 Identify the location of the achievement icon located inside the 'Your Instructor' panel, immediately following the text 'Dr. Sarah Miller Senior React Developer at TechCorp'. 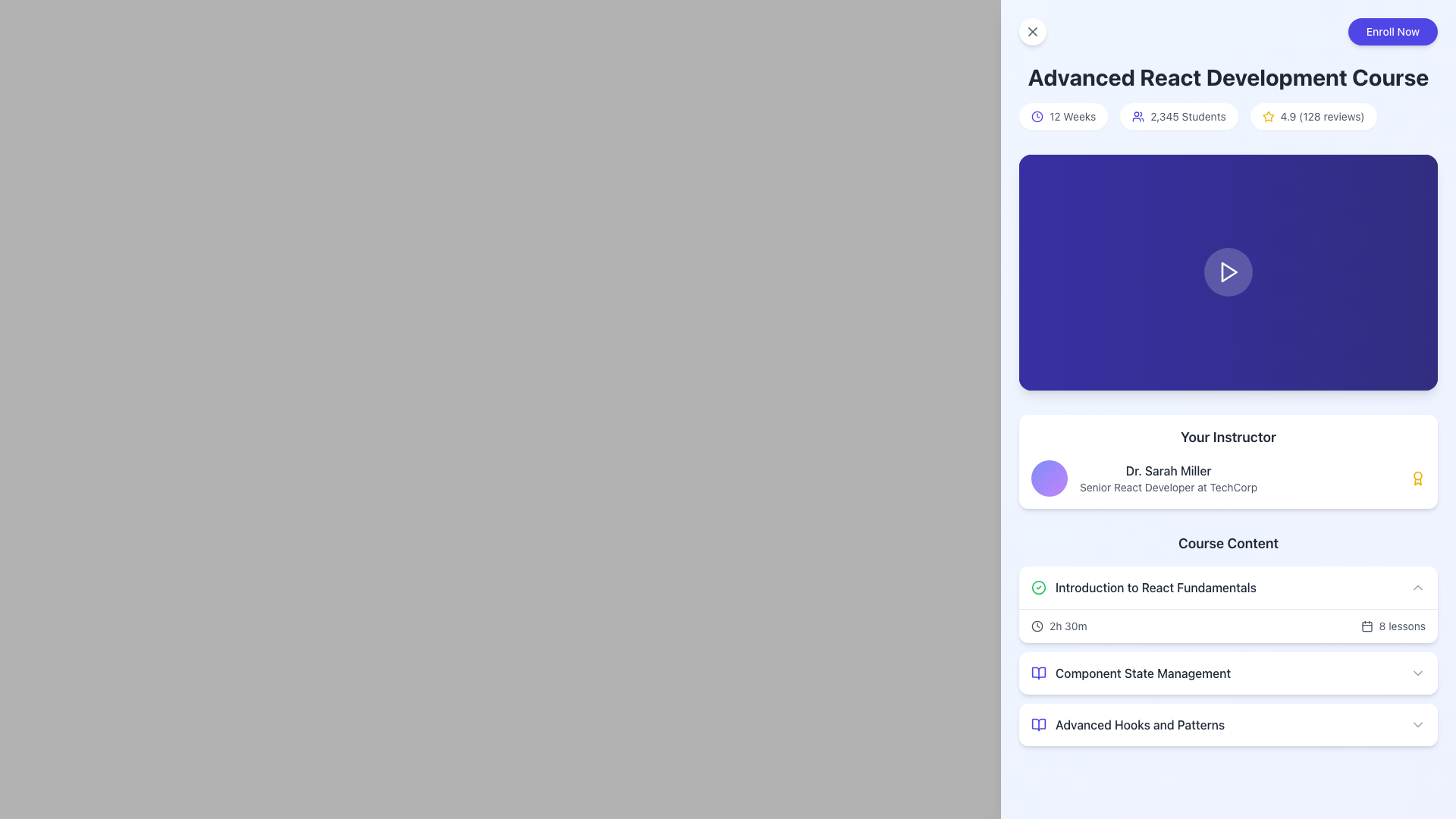
(1417, 478).